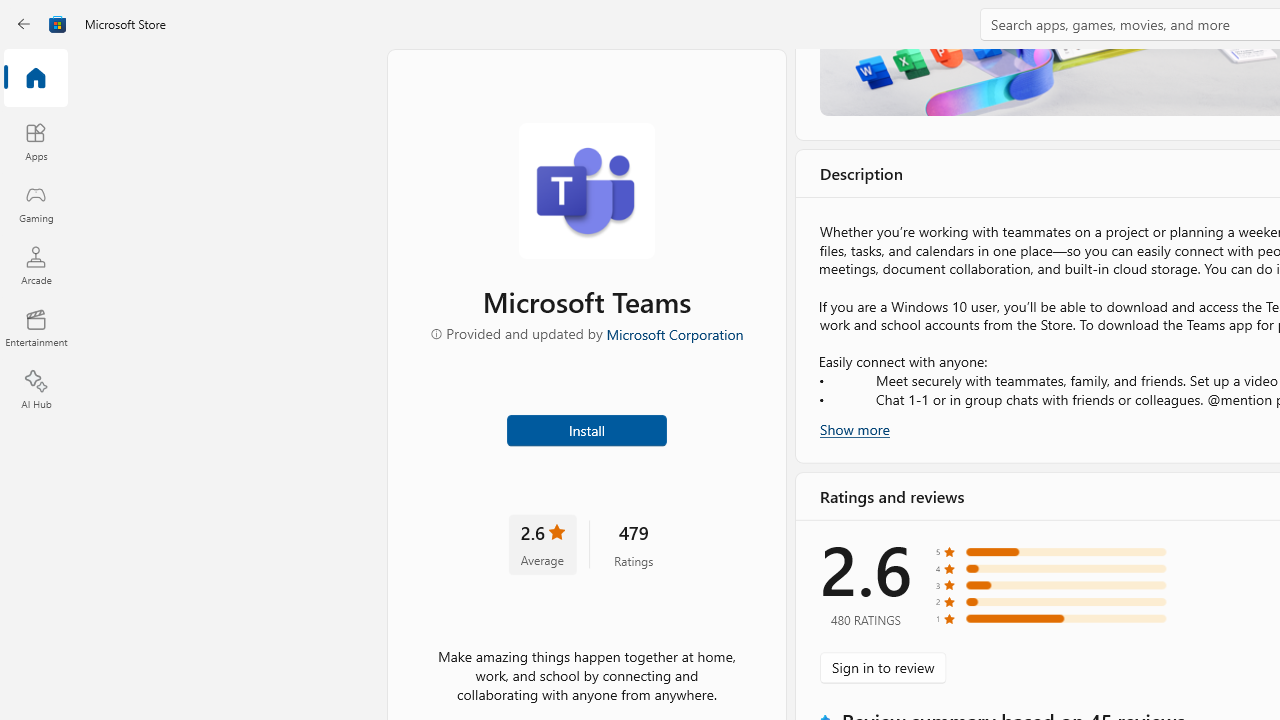  I want to click on 'Show more', so click(855, 427).